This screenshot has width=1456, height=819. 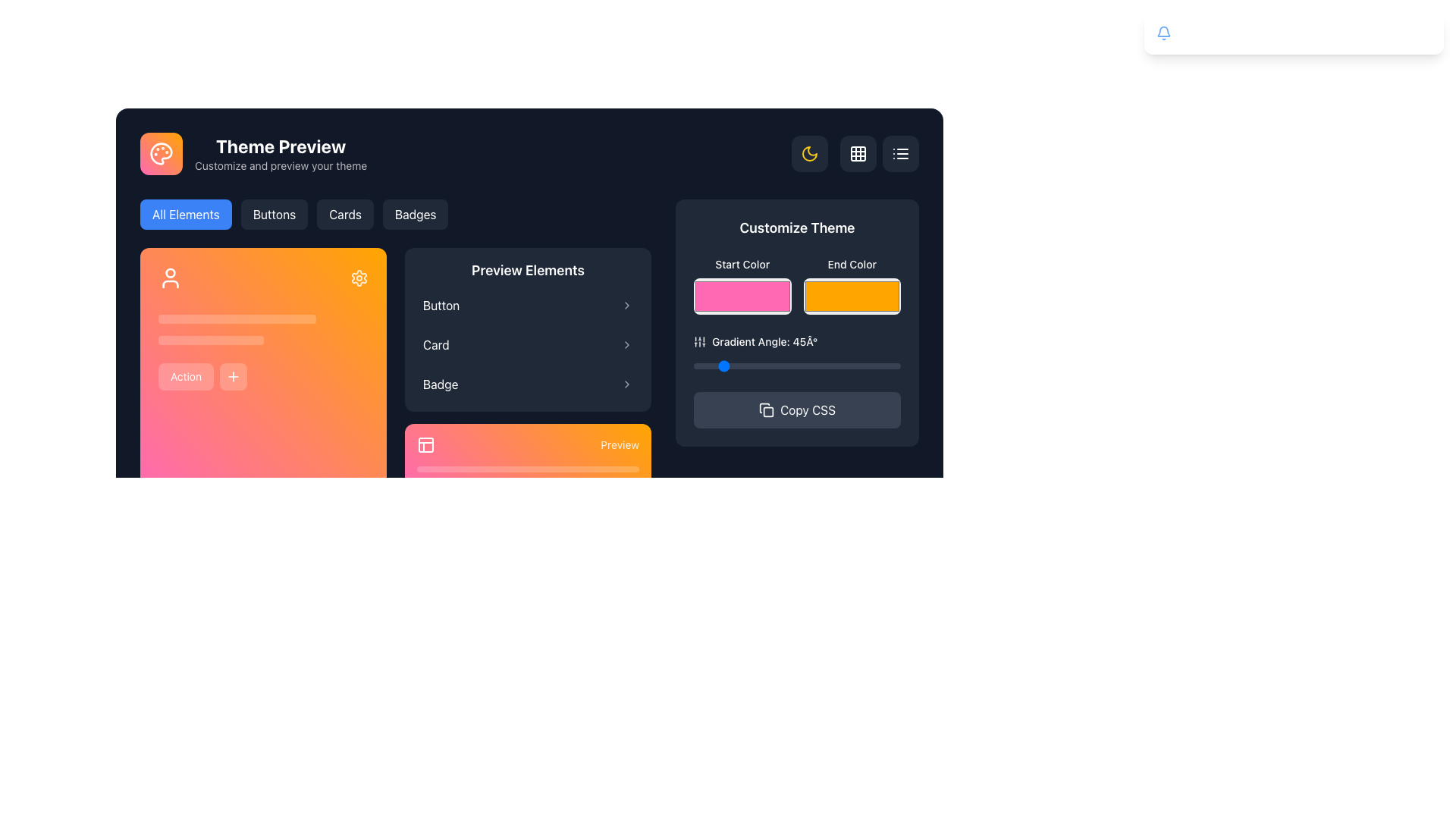 I want to click on the second decorative or progress bar located at the bottom of the left-side panel in the application layout, so click(x=210, y=339).